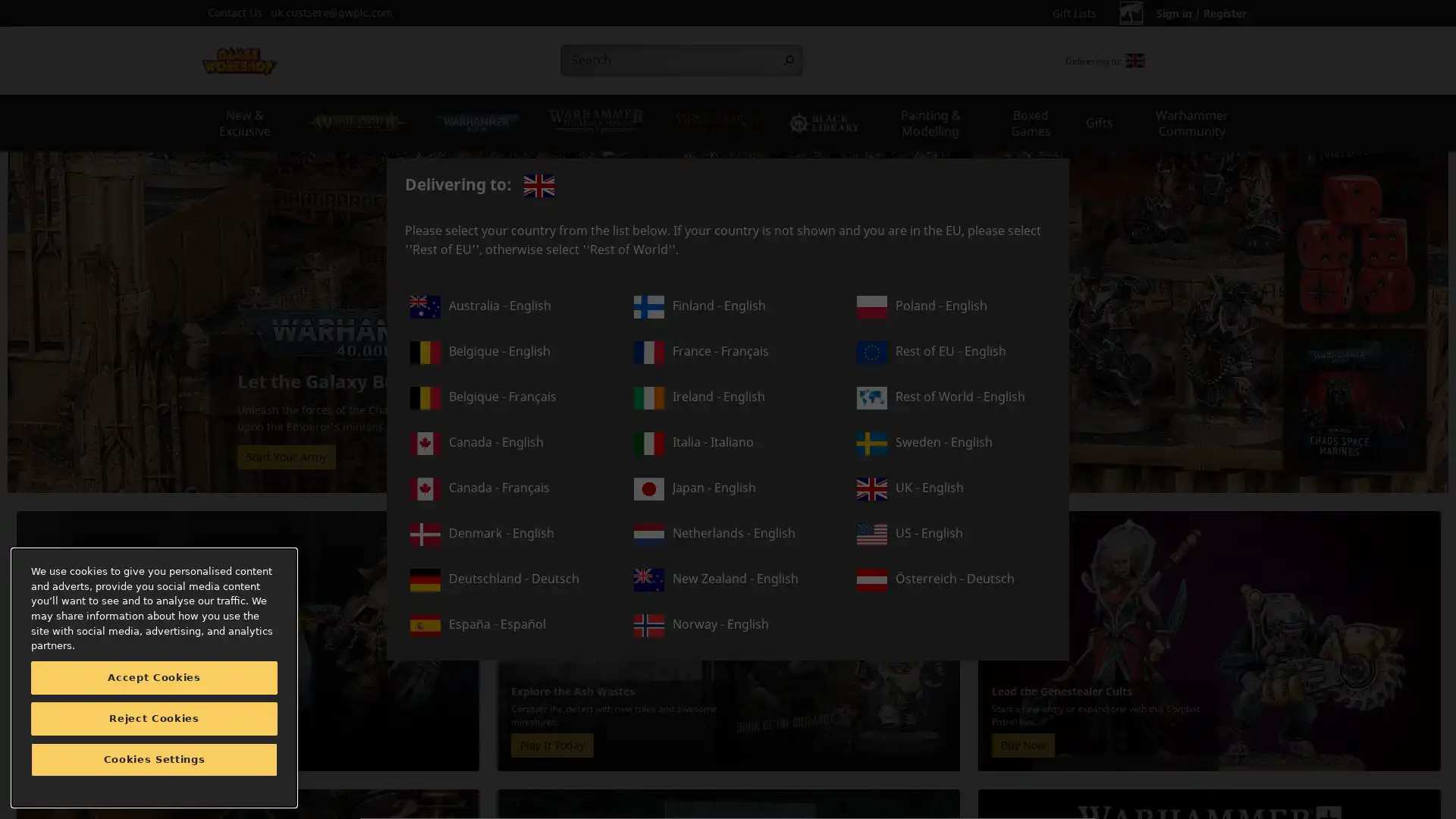  Describe the element at coordinates (789, 60) in the screenshot. I see `Search` at that location.